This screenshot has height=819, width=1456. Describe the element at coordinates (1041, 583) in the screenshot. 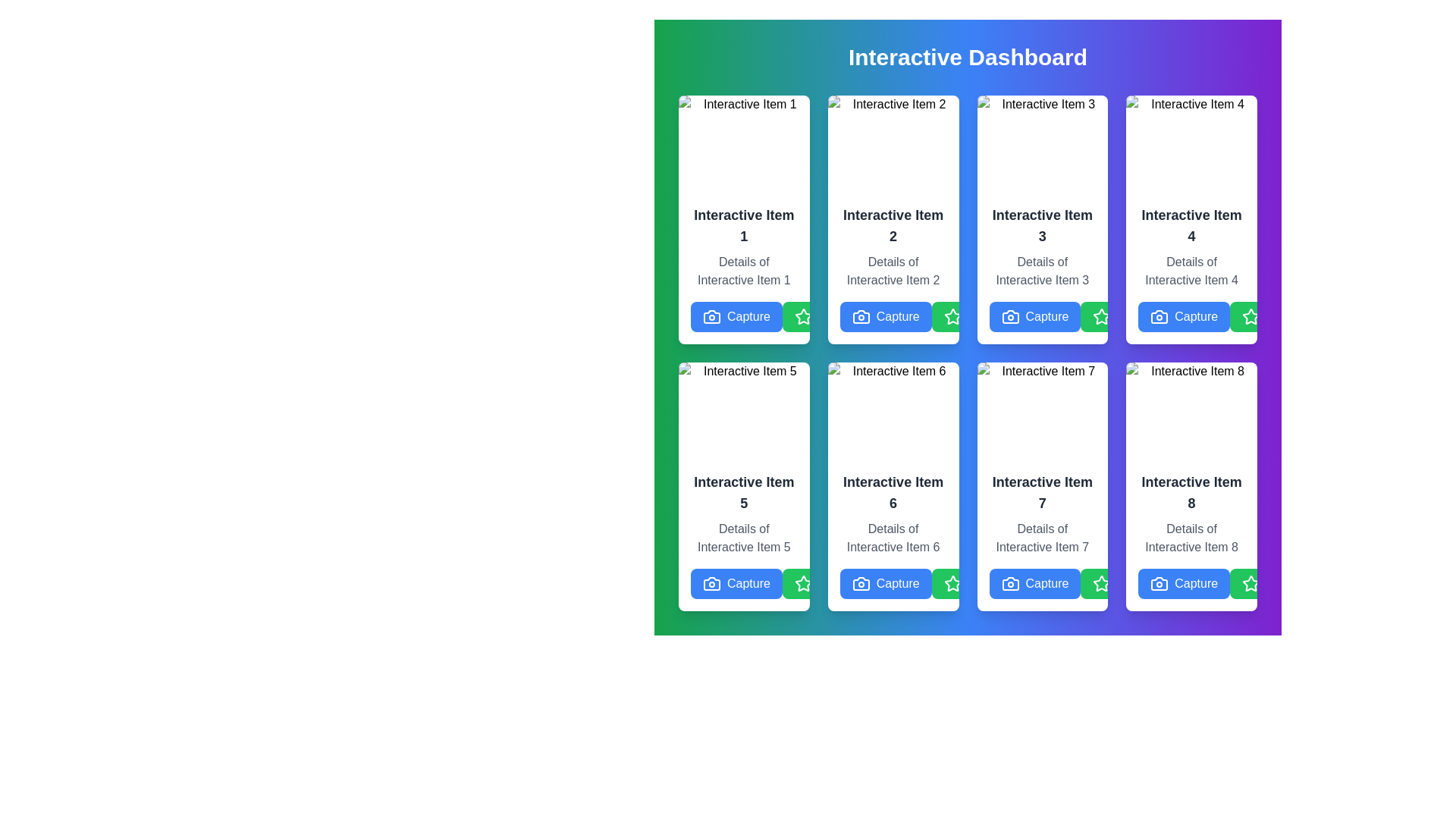

I see `the rectangular button labeled 'Capture' with a blue background and a camera icon, which is located beneath 'Details of Interactive Item 7' in the grid layout` at that location.